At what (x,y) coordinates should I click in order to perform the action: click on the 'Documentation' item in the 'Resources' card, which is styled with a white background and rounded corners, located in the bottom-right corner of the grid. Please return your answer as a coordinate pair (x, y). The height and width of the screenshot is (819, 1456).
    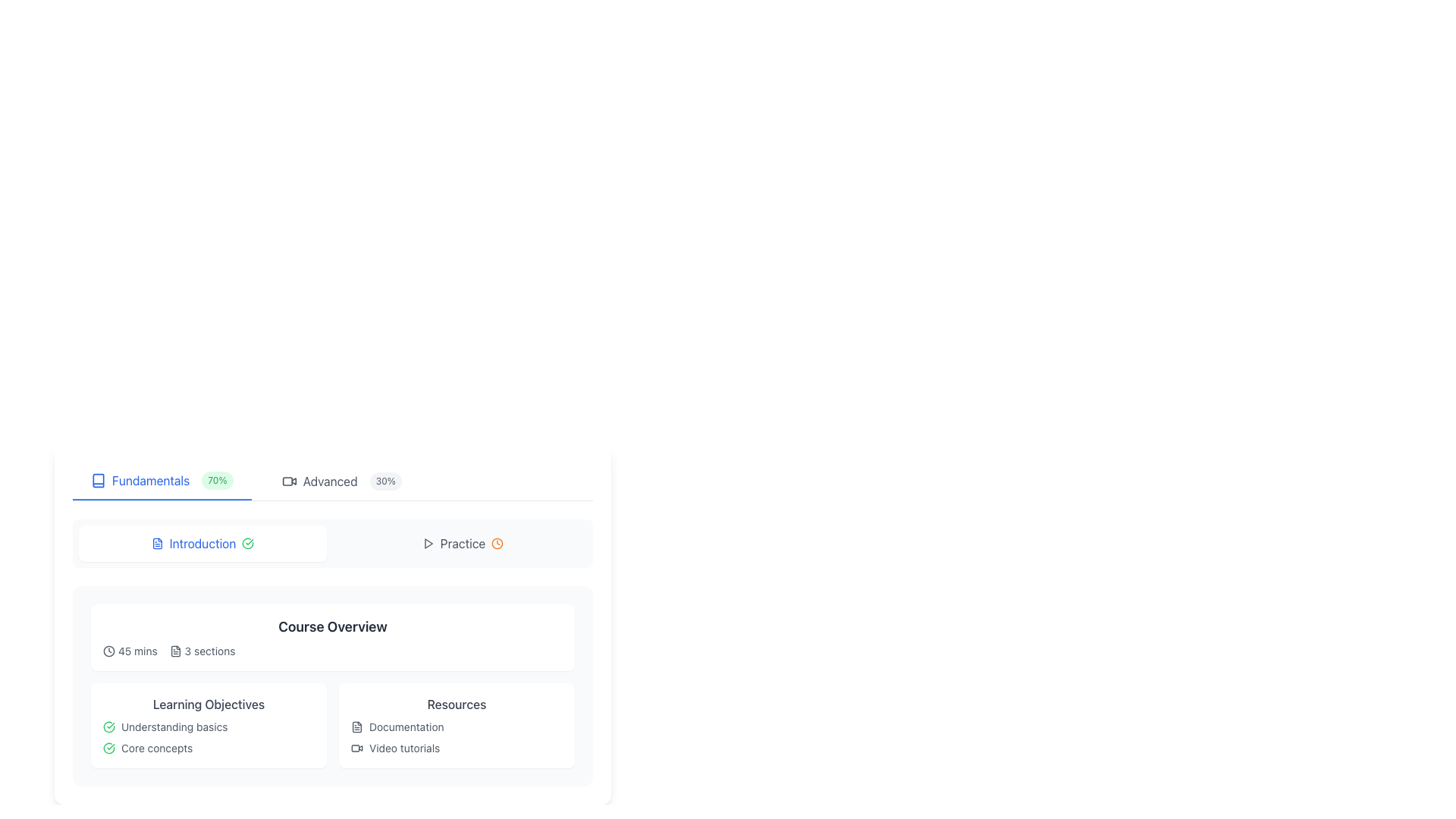
    Looking at the image, I should click on (456, 724).